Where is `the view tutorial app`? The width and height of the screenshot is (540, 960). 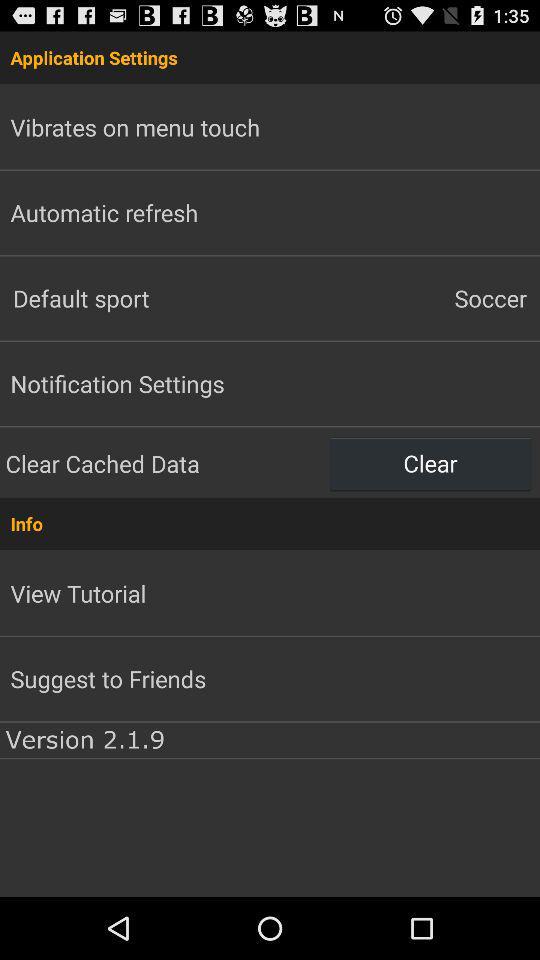
the view tutorial app is located at coordinates (77, 593).